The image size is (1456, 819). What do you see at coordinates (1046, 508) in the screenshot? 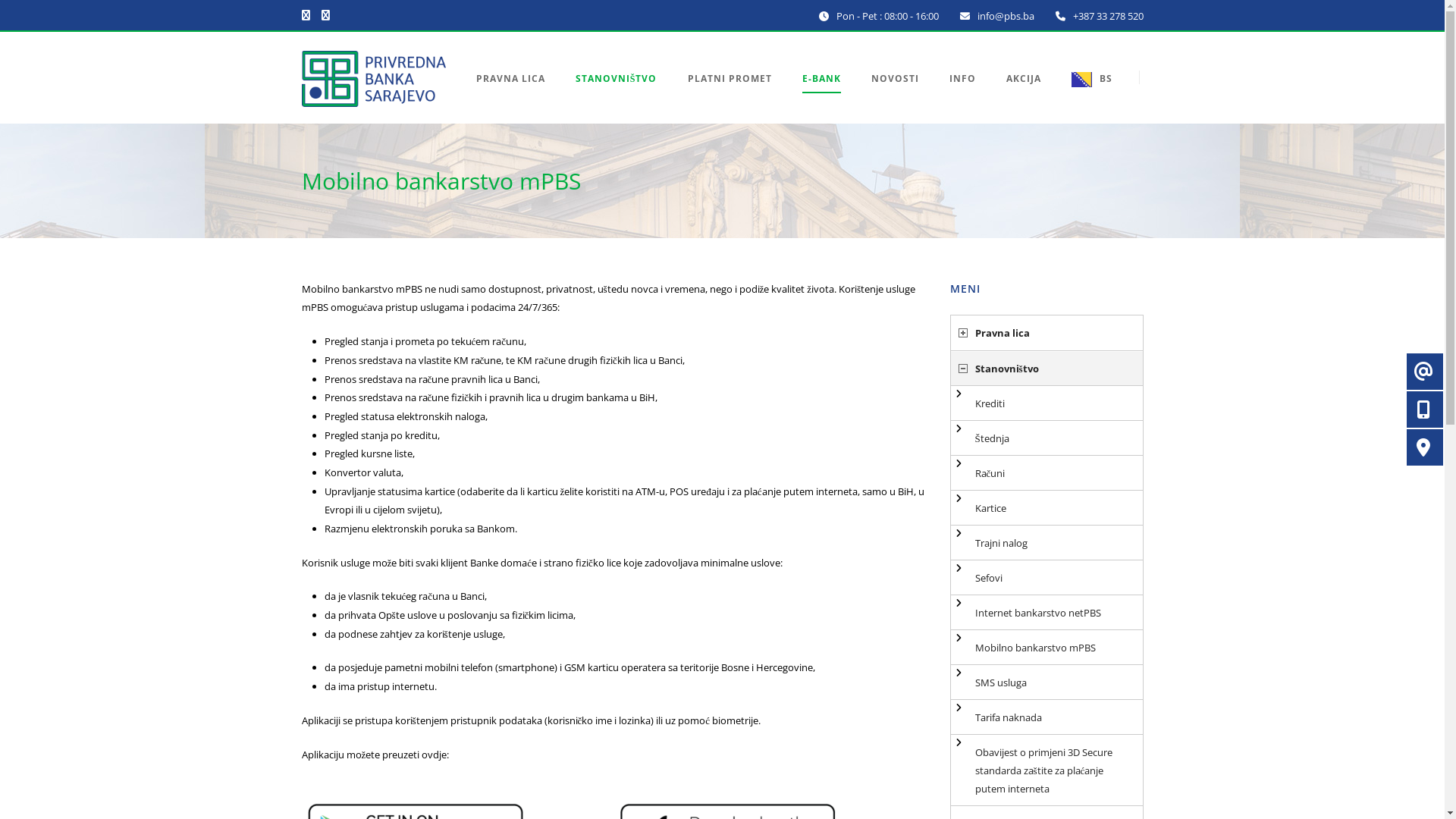
I see `'Kartice'` at bounding box center [1046, 508].